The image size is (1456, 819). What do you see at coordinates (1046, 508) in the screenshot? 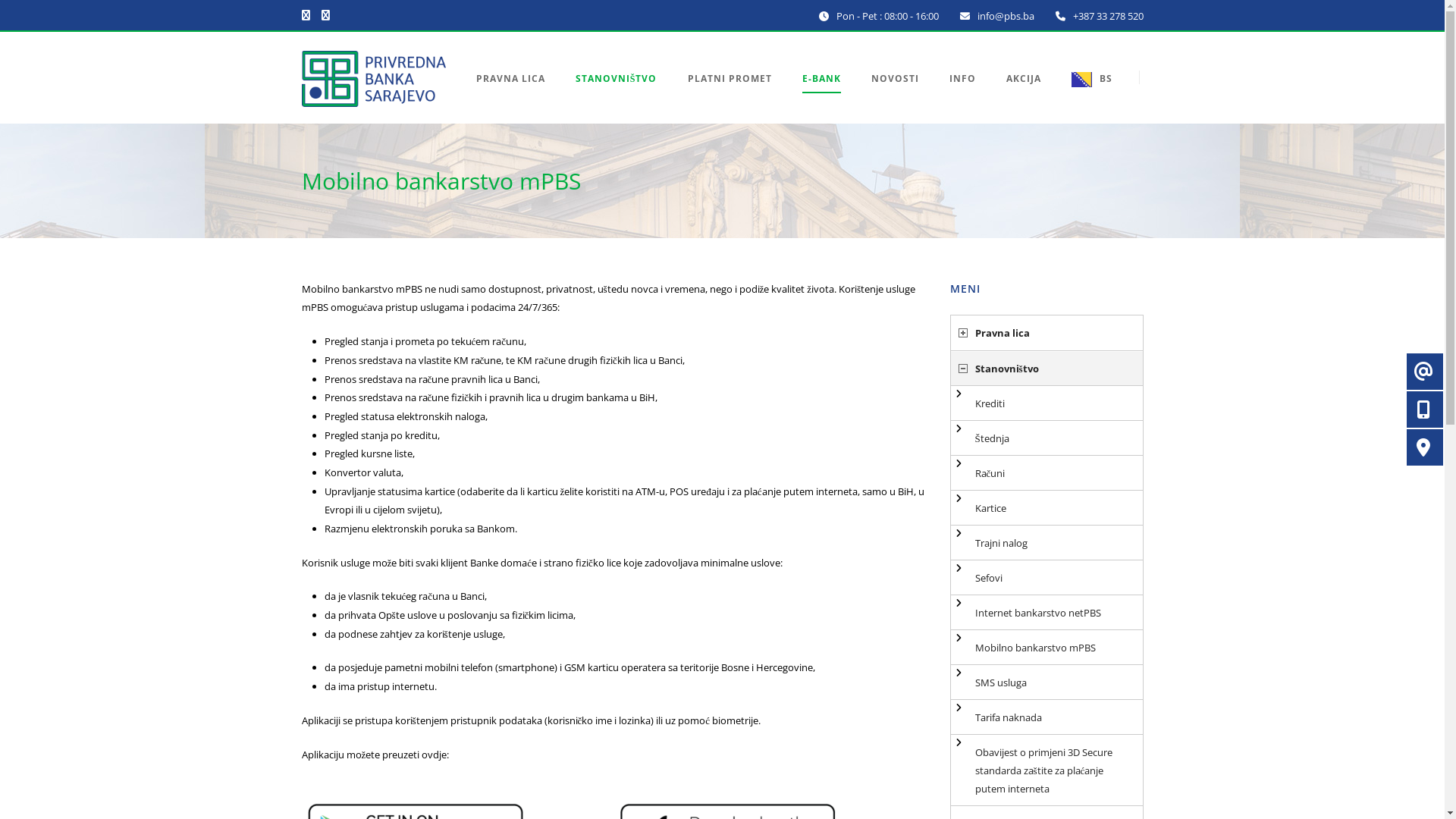
I see `'Kartice'` at bounding box center [1046, 508].